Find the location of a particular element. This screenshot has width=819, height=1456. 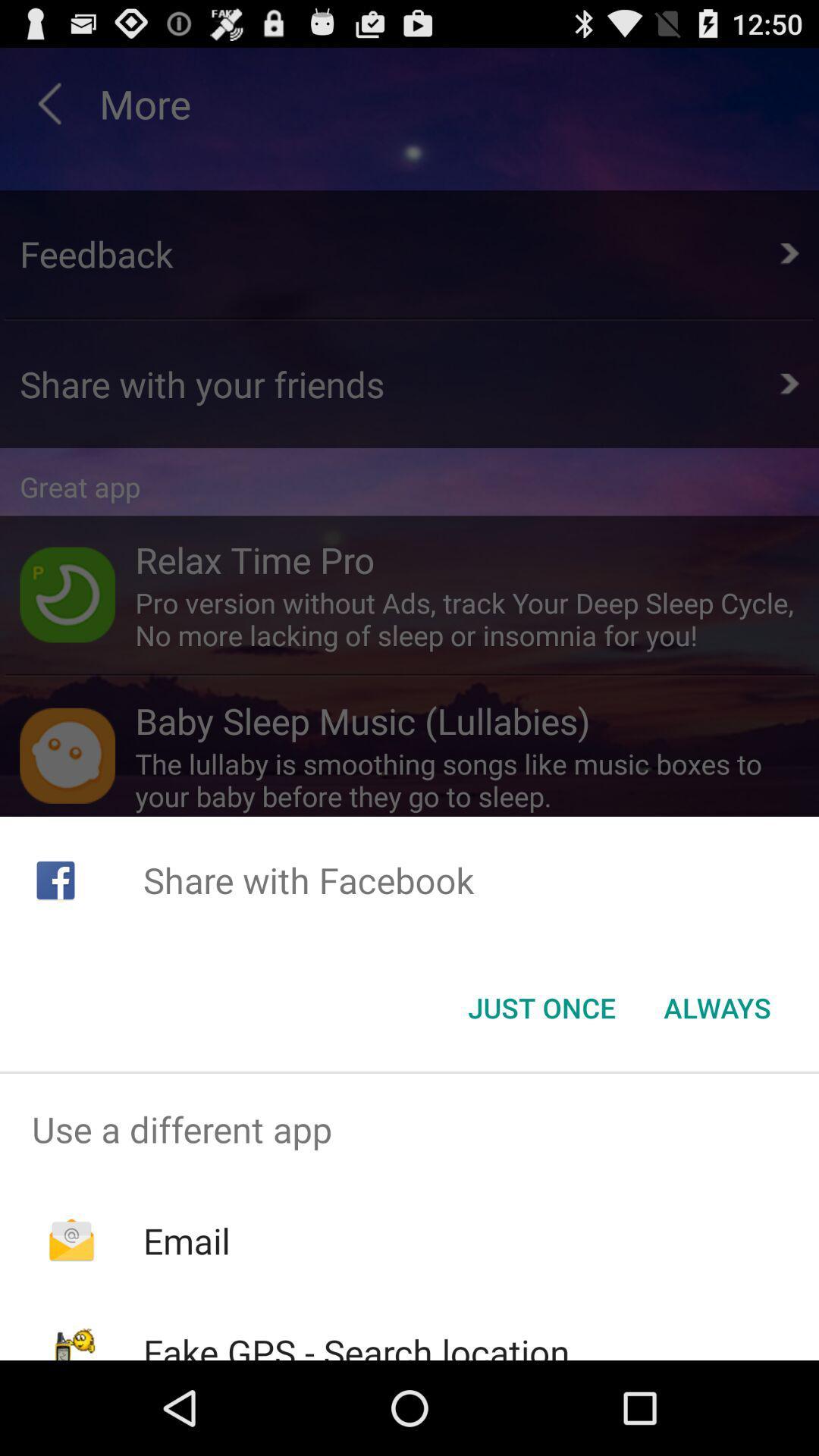

app above email item is located at coordinates (409, 1129).